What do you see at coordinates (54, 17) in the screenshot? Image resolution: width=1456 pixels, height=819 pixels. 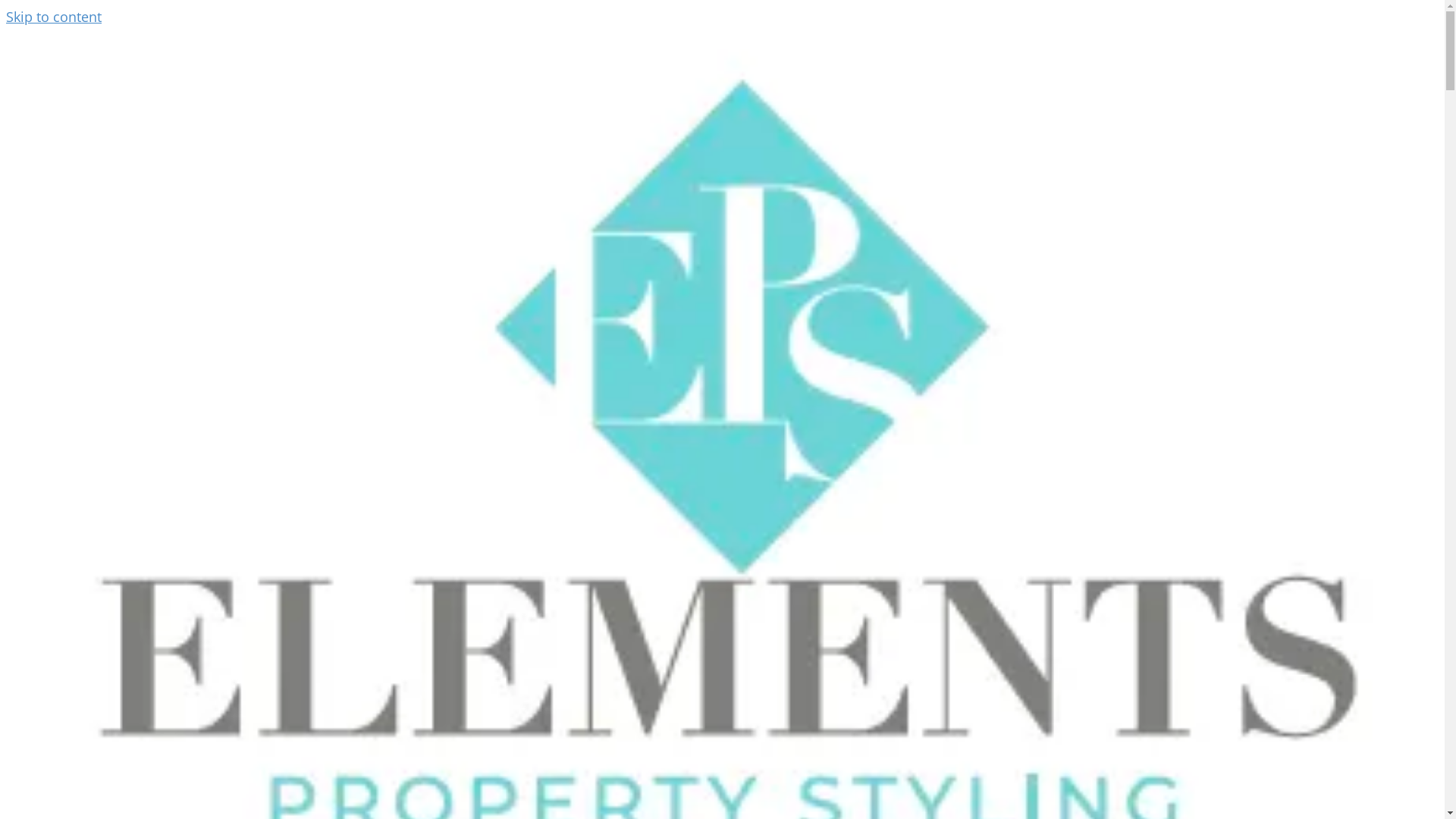 I see `'Skip to content'` at bounding box center [54, 17].